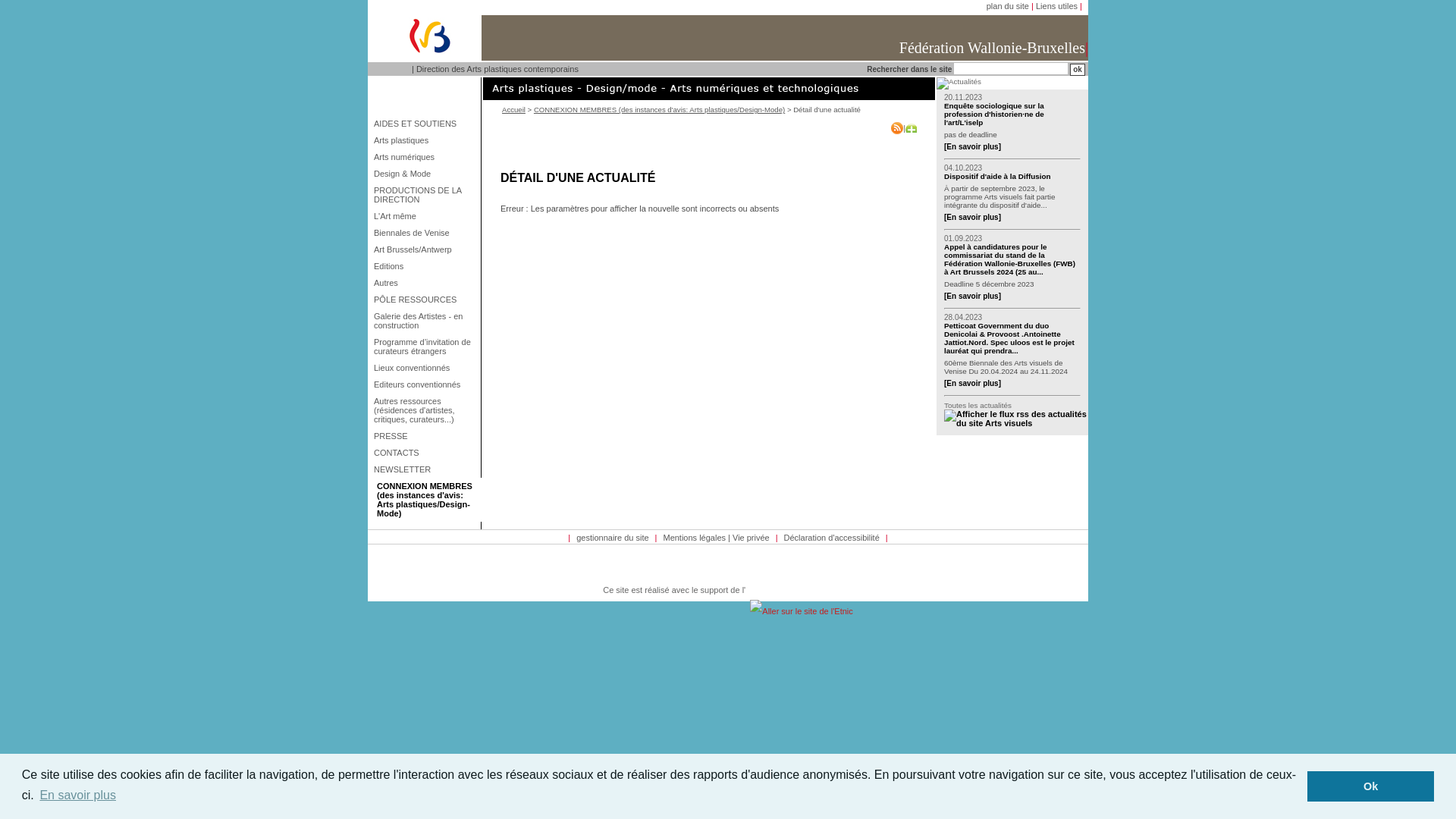  Describe the element at coordinates (1076, 70) in the screenshot. I see `'rechercher'` at that location.